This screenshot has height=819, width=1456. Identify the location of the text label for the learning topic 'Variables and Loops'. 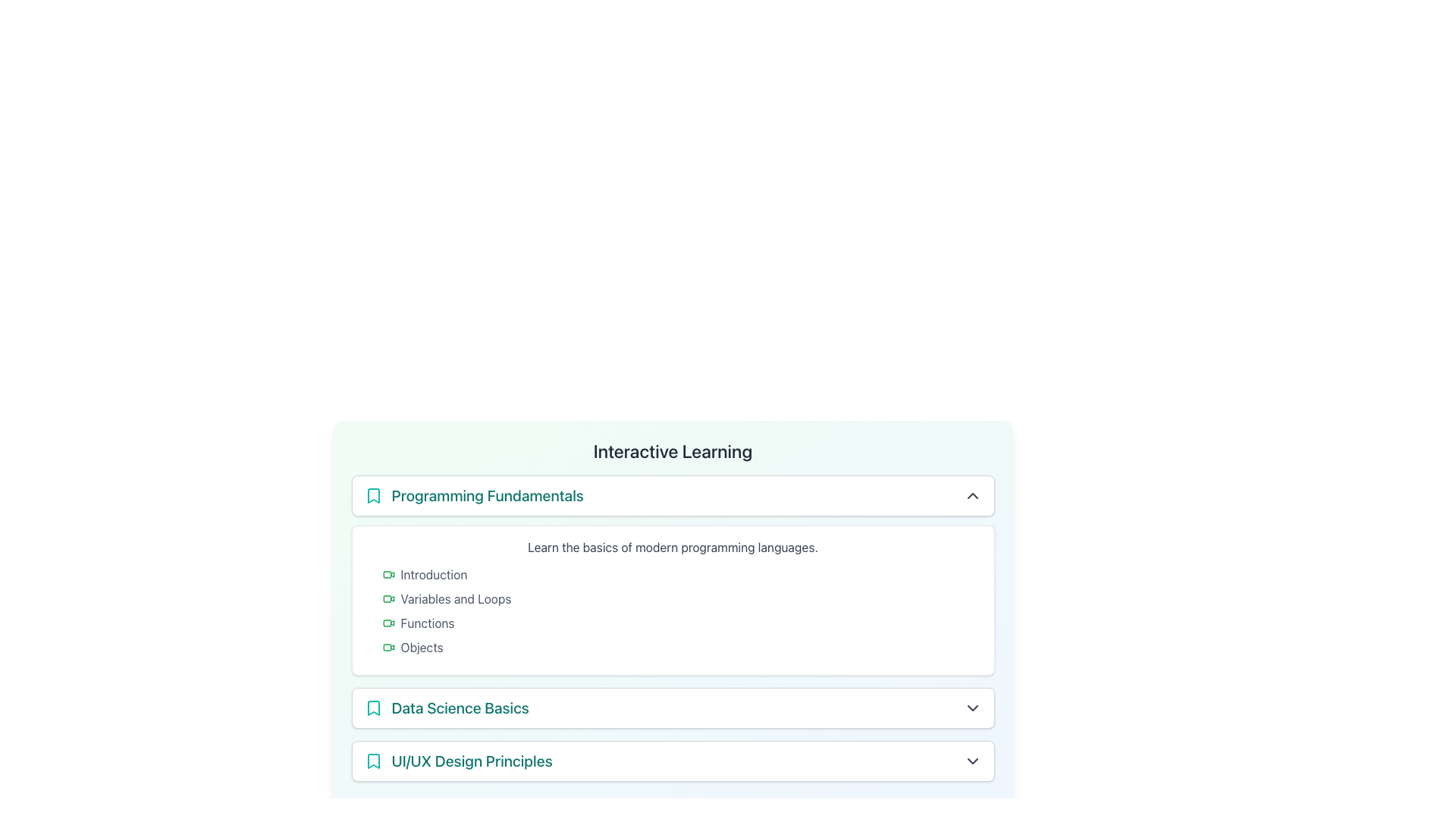
(455, 598).